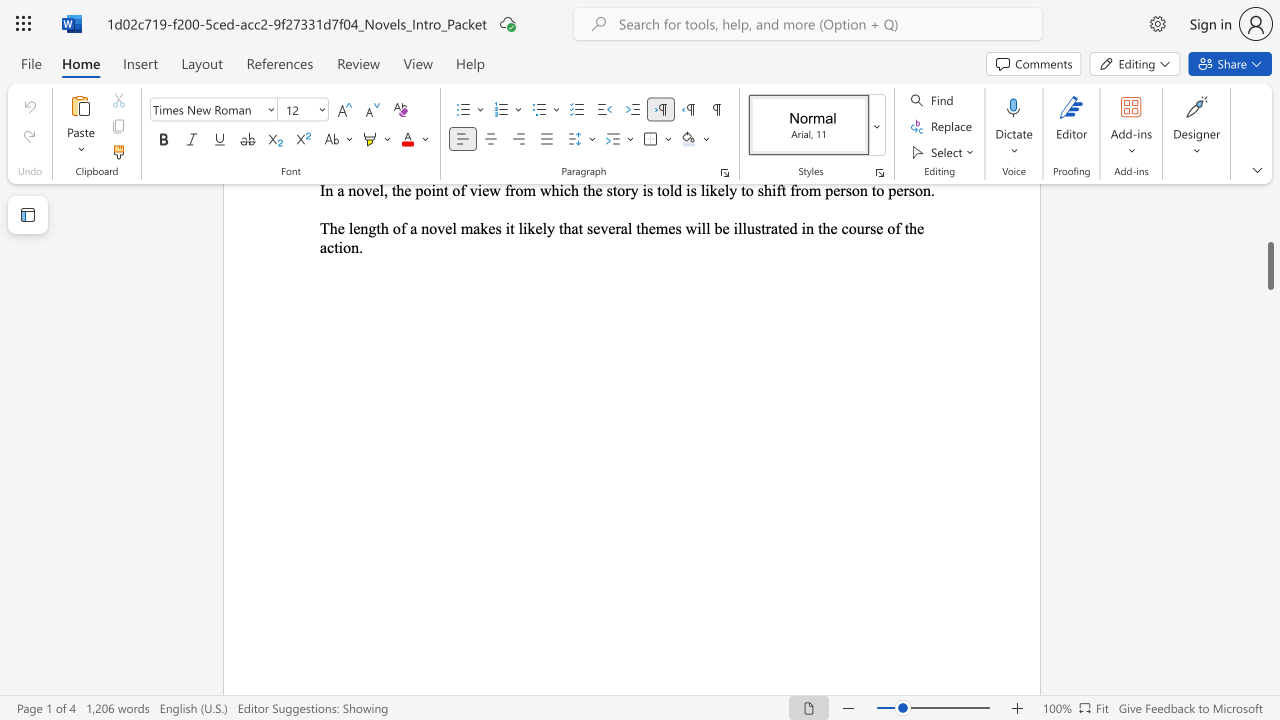  I want to click on the scrollbar and move down 560 pixels, so click(1269, 265).